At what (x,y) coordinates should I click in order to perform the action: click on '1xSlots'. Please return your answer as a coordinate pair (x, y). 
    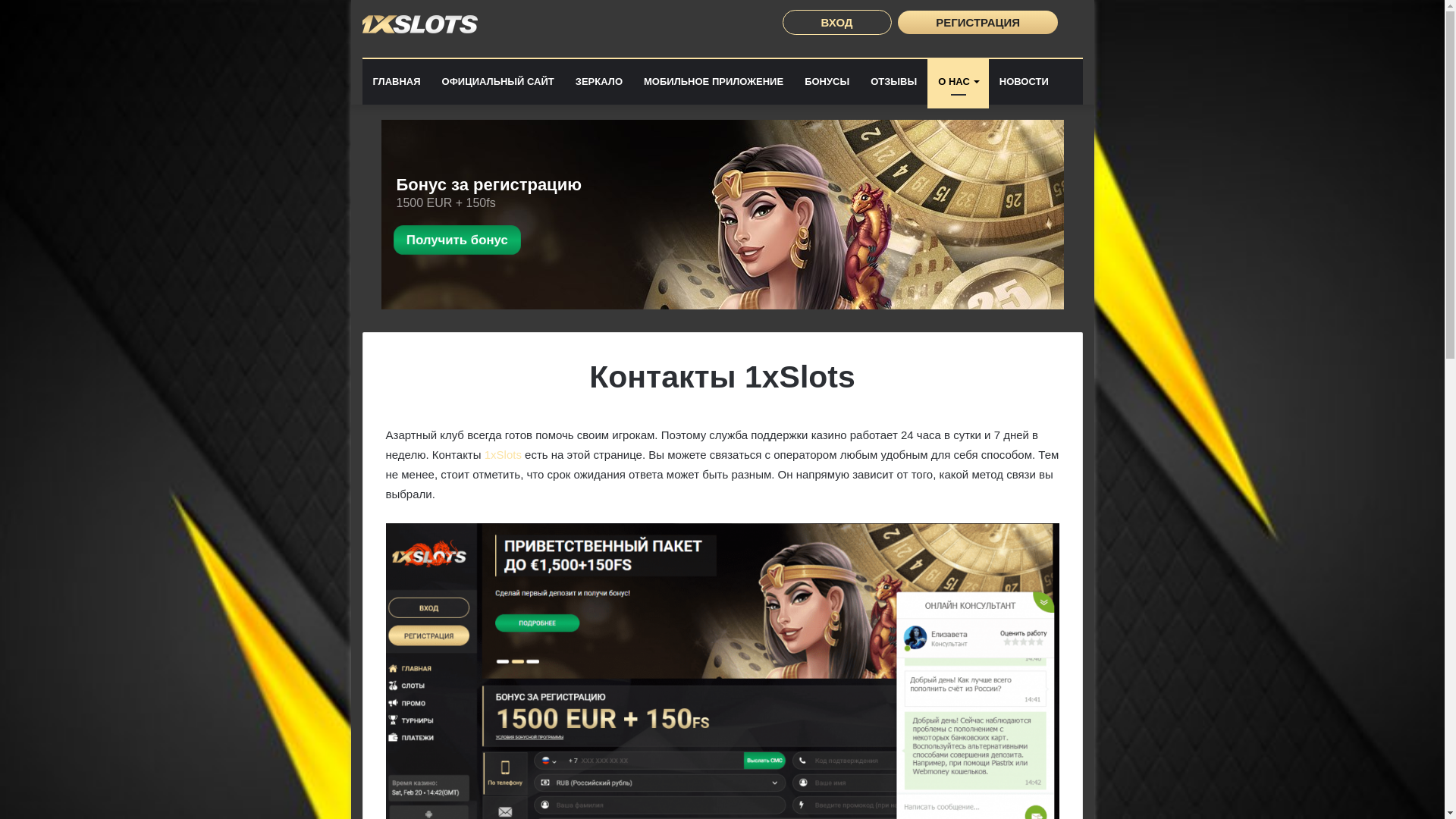
    Looking at the image, I should click on (503, 453).